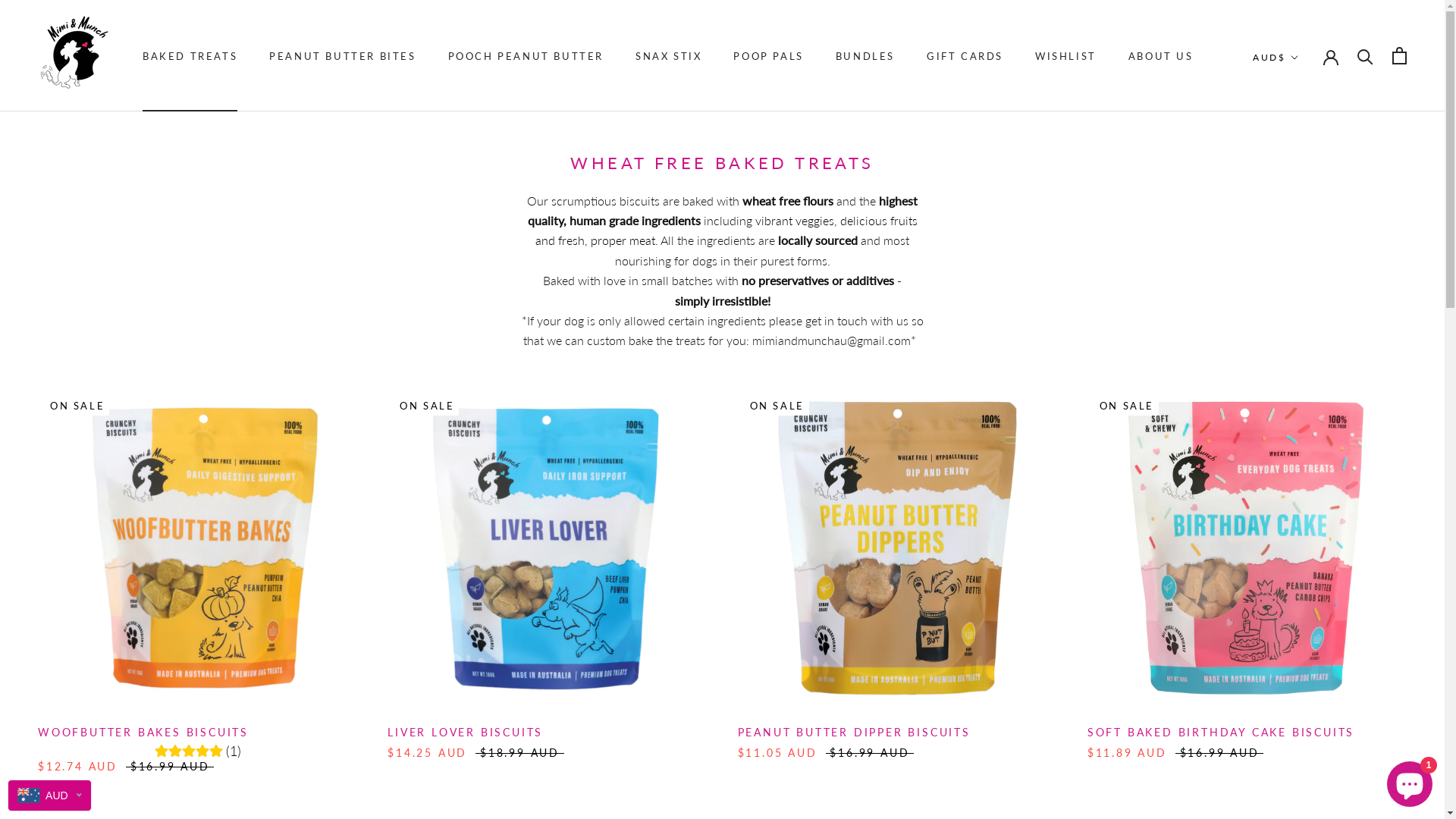 The height and width of the screenshot is (819, 1456). Describe the element at coordinates (1382, 780) in the screenshot. I see `'Shopify online store chat'` at that location.